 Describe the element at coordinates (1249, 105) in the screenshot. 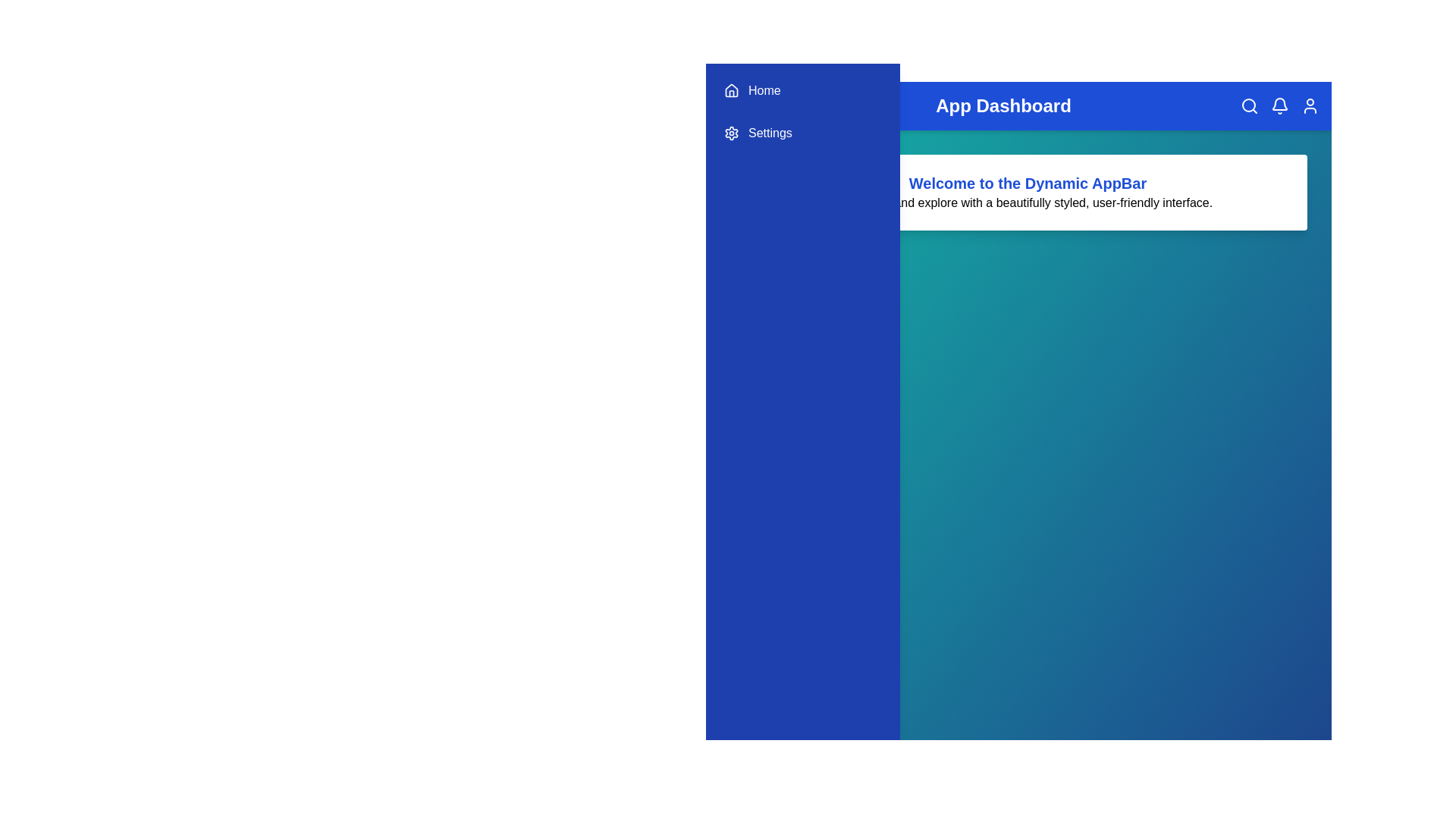

I see `the magnifying glass icon to initiate a search` at that location.